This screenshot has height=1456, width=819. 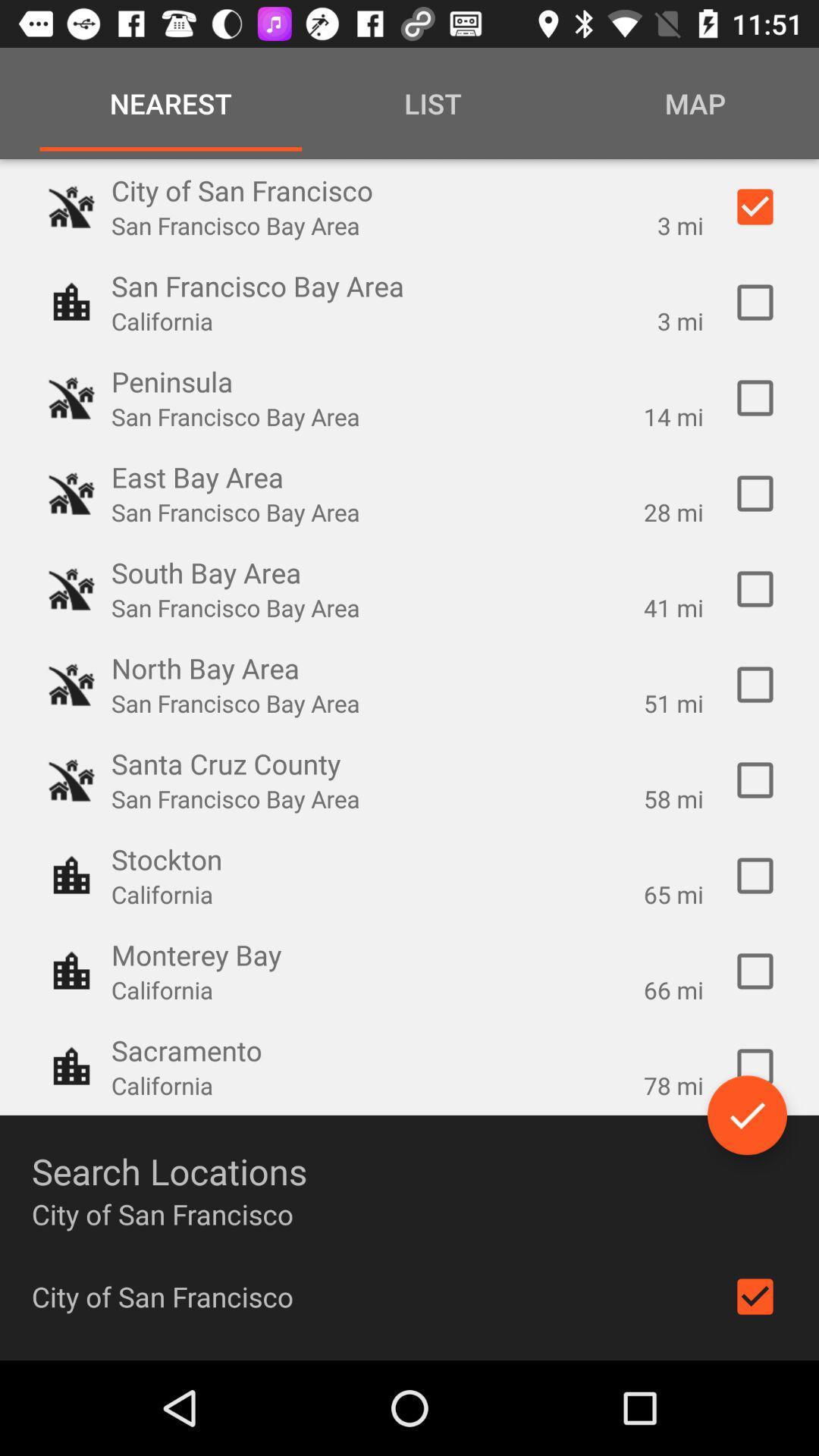 What do you see at coordinates (755, 780) in the screenshot?
I see `switch cruz option` at bounding box center [755, 780].